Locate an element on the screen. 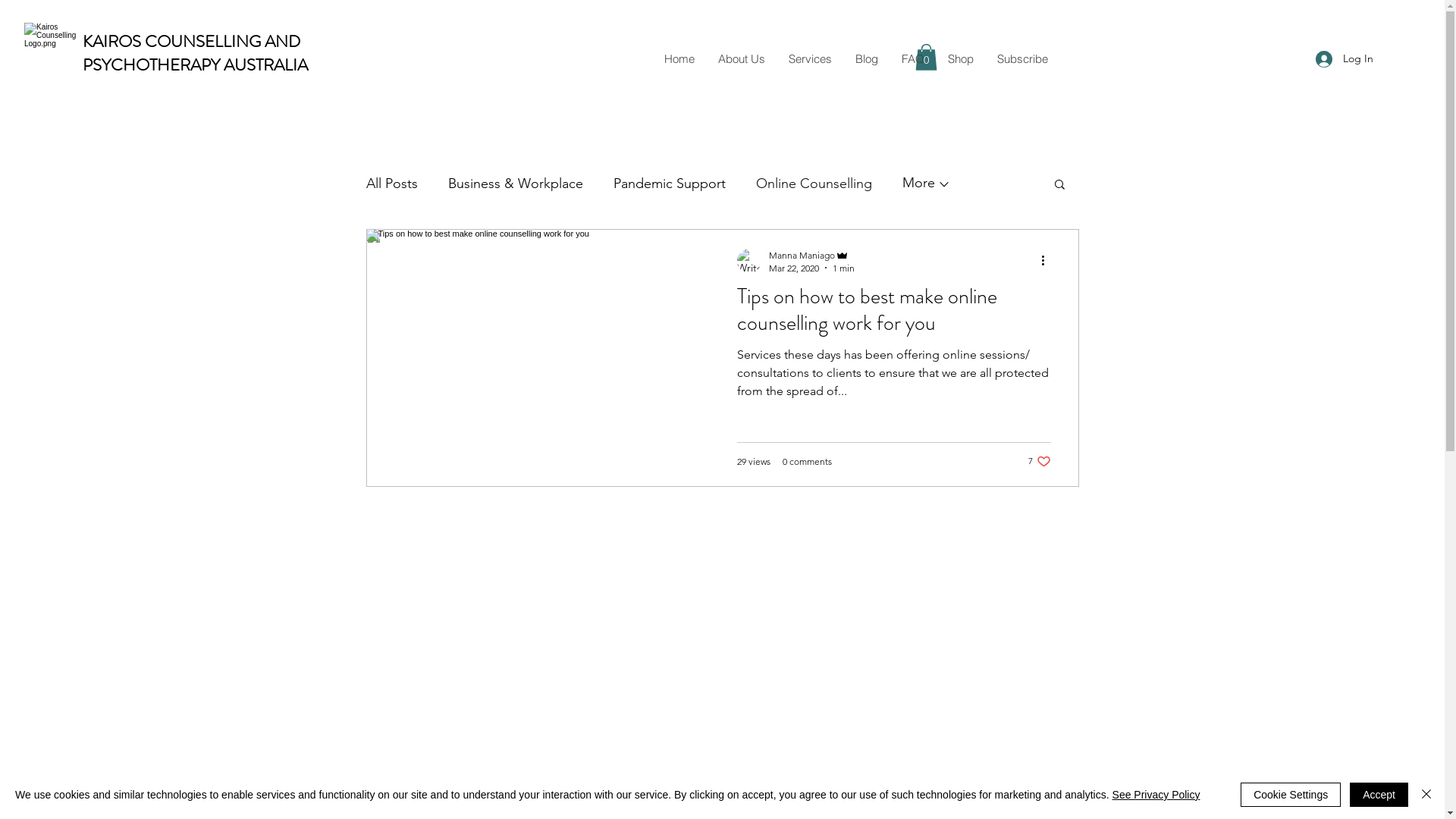  'Online Counselling' is located at coordinates (812, 183).